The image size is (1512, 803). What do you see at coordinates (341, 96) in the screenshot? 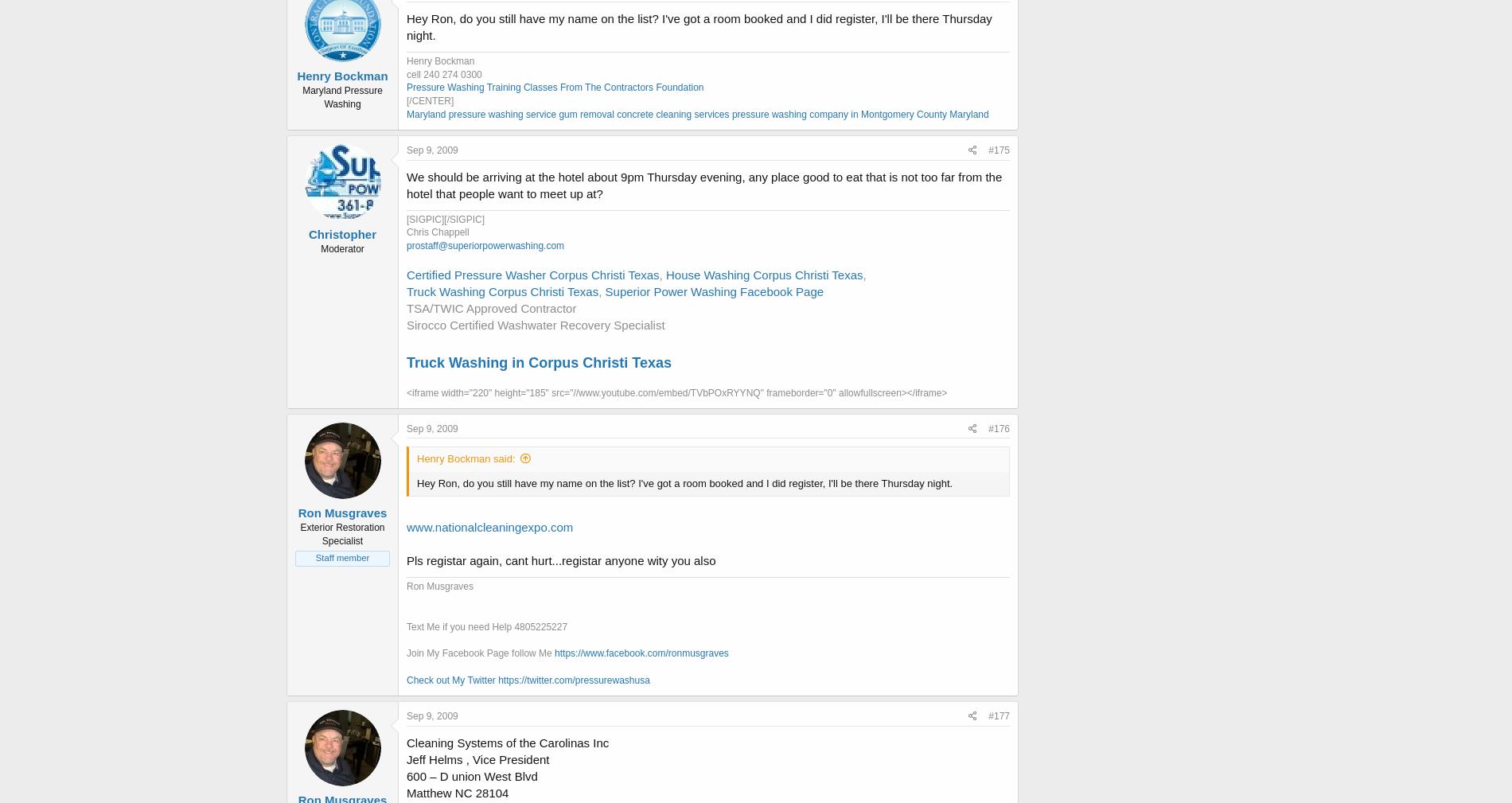
I see `'Maryland Pressure Washing'` at bounding box center [341, 96].